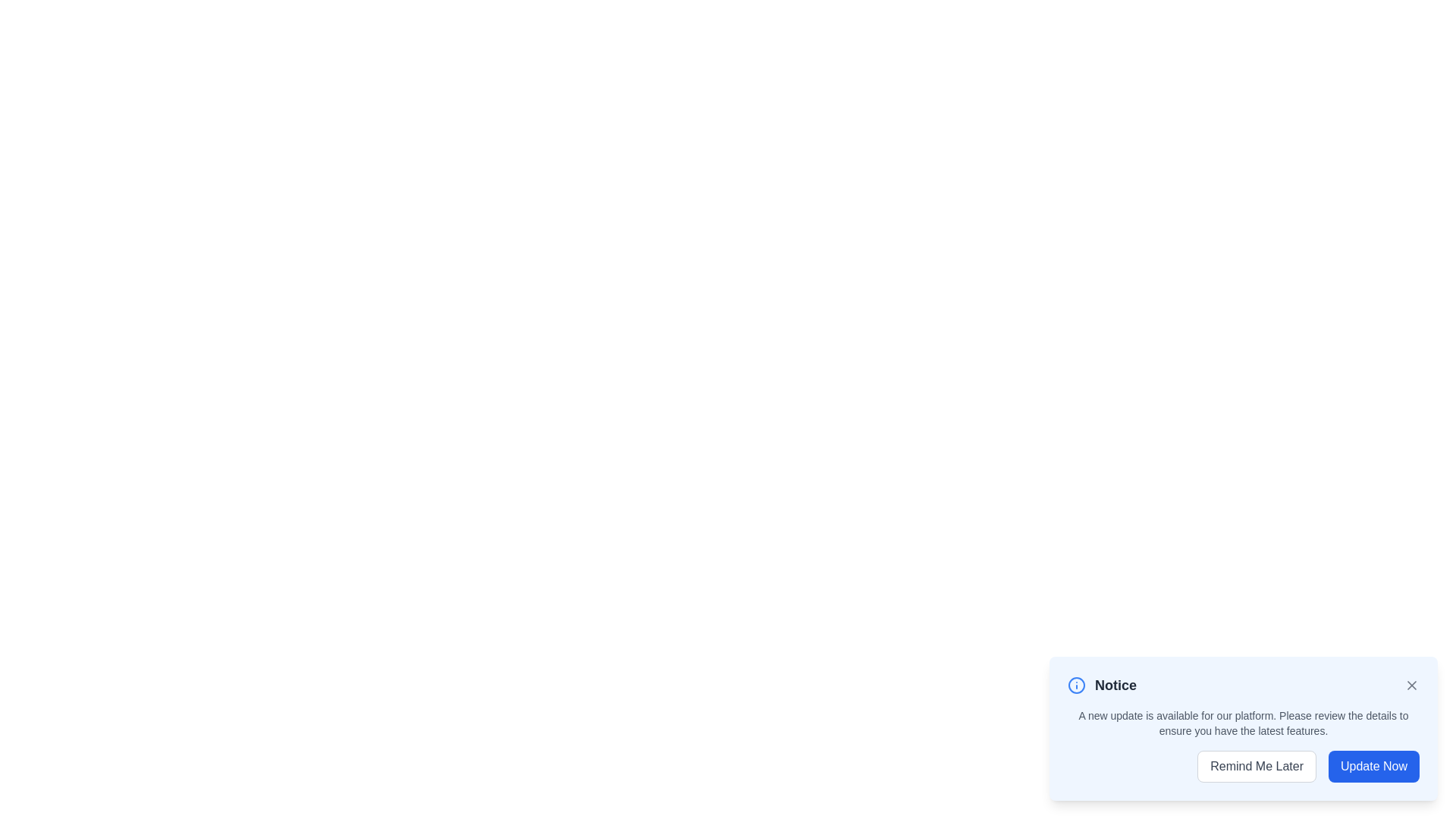 This screenshot has height=819, width=1456. I want to click on close button to dismiss the alert, so click(1411, 685).